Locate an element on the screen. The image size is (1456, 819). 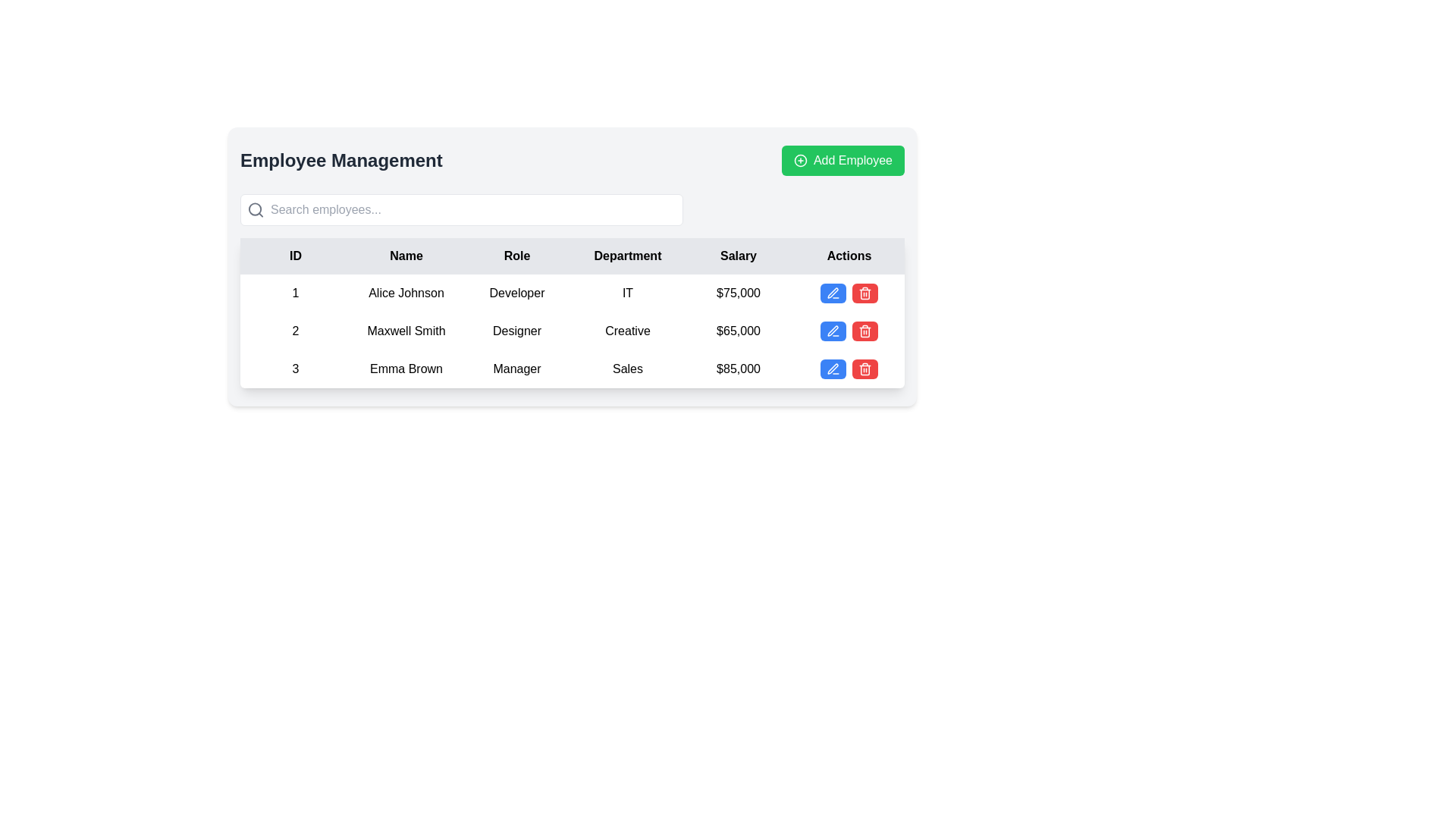
the 'Salary' header cell in the table, which is the fifth cell in the header row, positioned between the 'Department' and 'Actions' headers is located at coordinates (739, 256).